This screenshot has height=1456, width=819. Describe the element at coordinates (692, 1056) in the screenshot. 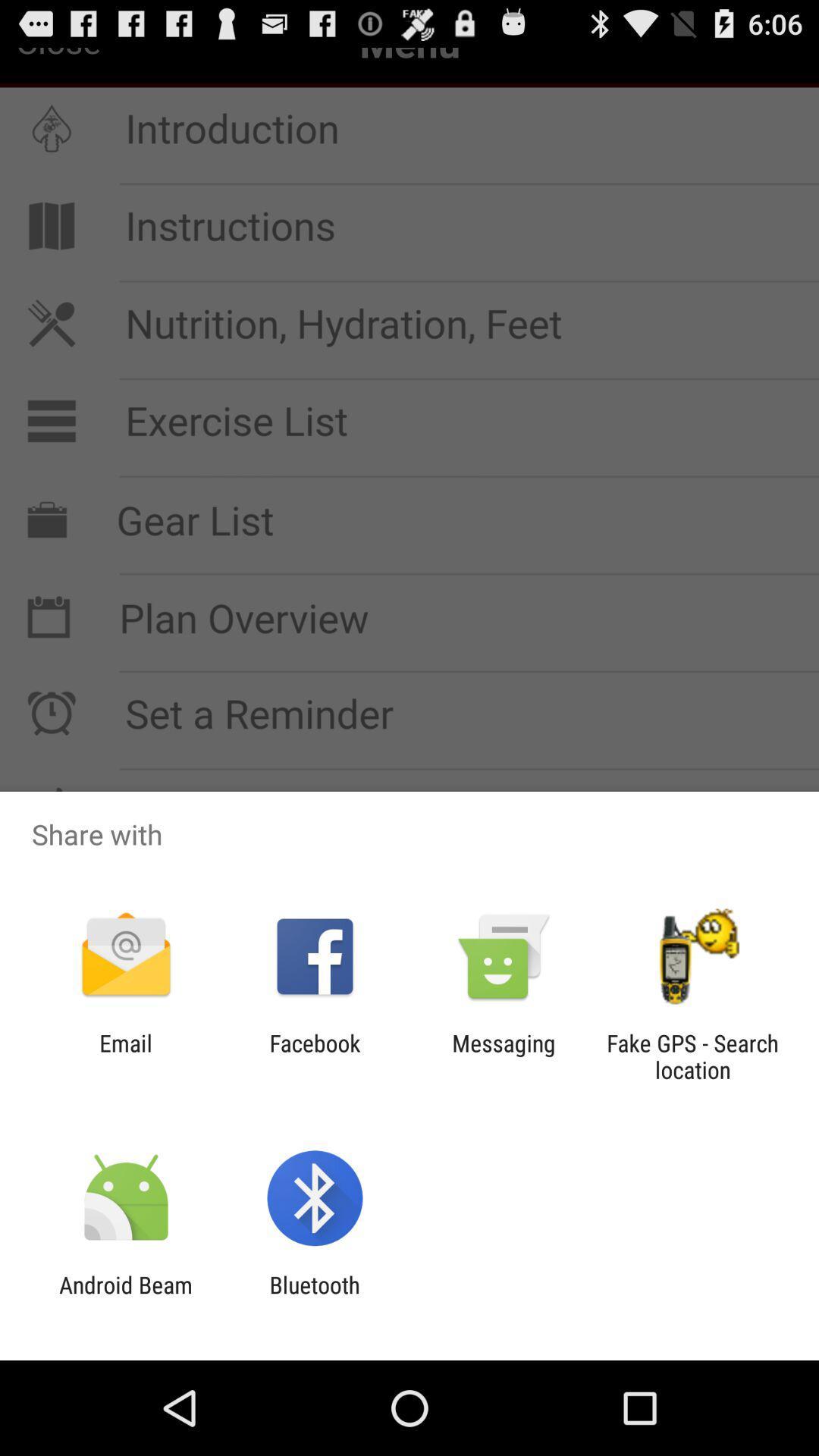

I see `icon at the bottom right corner` at that location.